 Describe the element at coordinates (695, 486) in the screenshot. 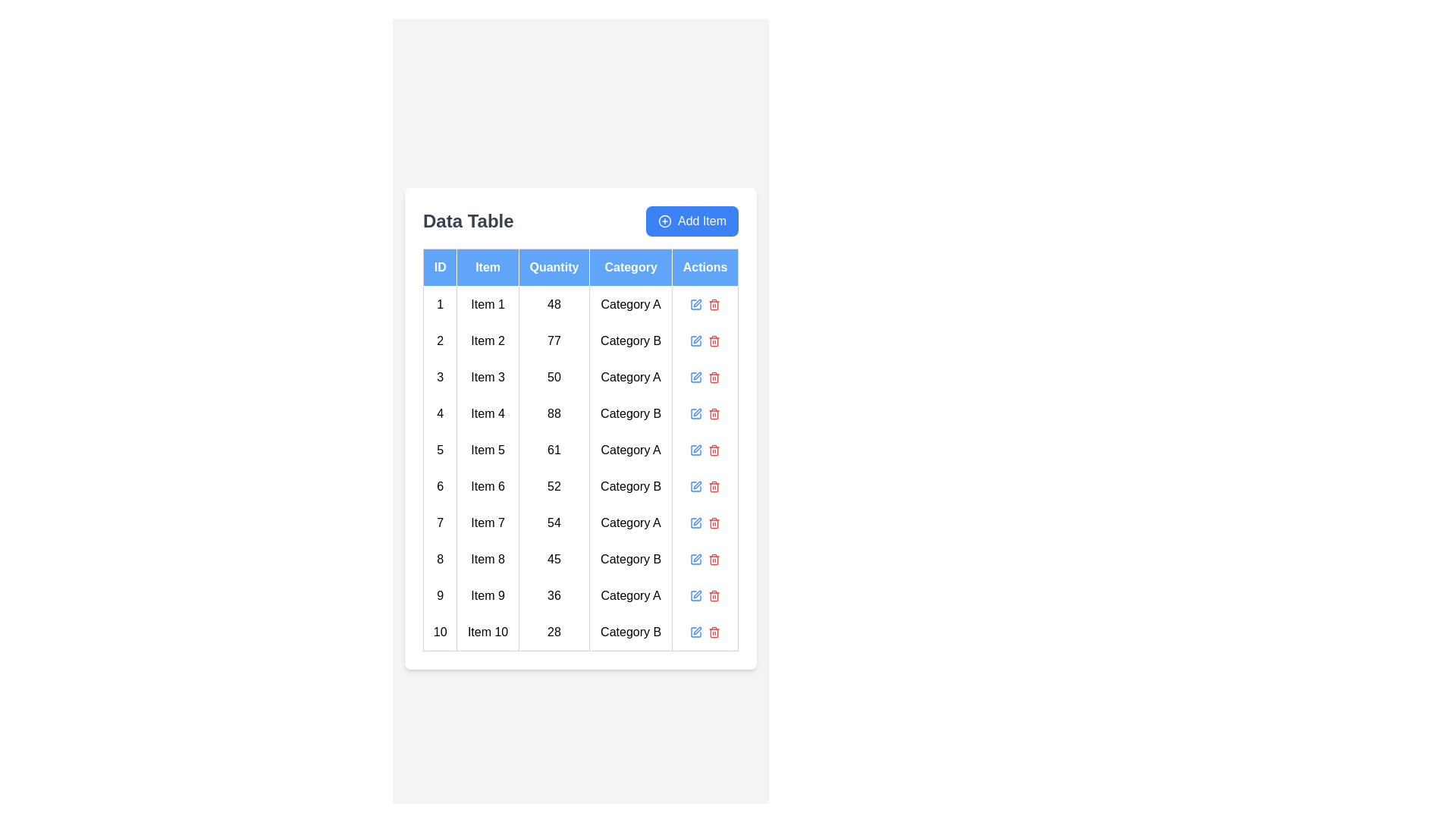

I see `the edit action button located in the 'Actions' column of the sixth row in the data table` at that location.